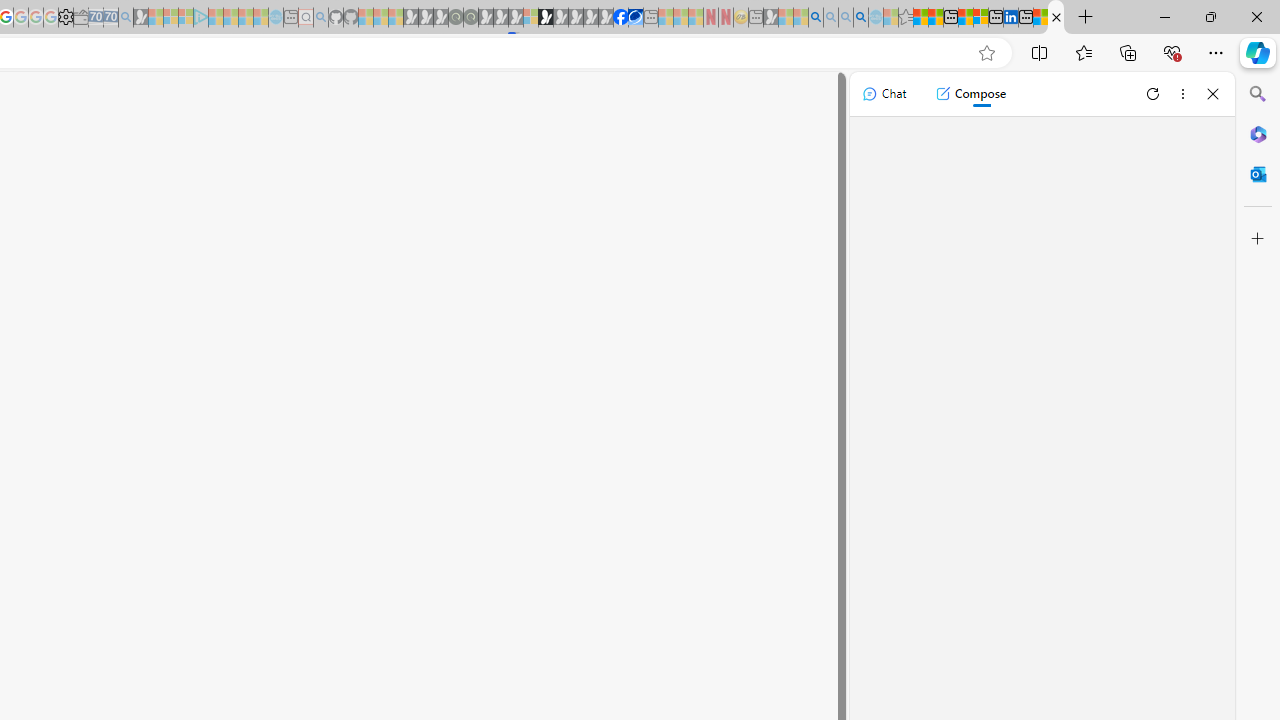  I want to click on 'Chat', so click(883, 93).